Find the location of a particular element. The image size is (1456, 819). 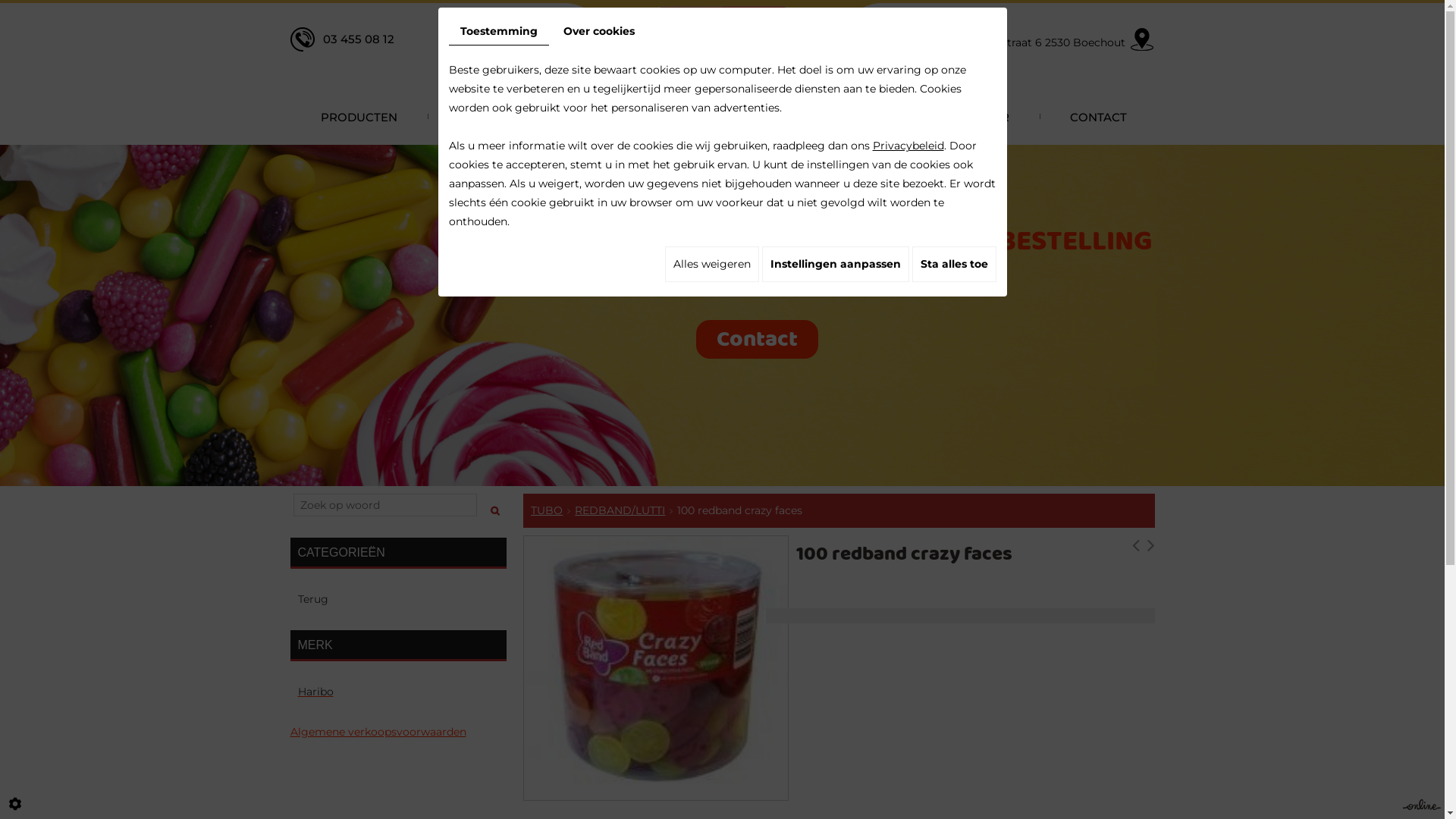

'Zoeken' is located at coordinates (496, 505).